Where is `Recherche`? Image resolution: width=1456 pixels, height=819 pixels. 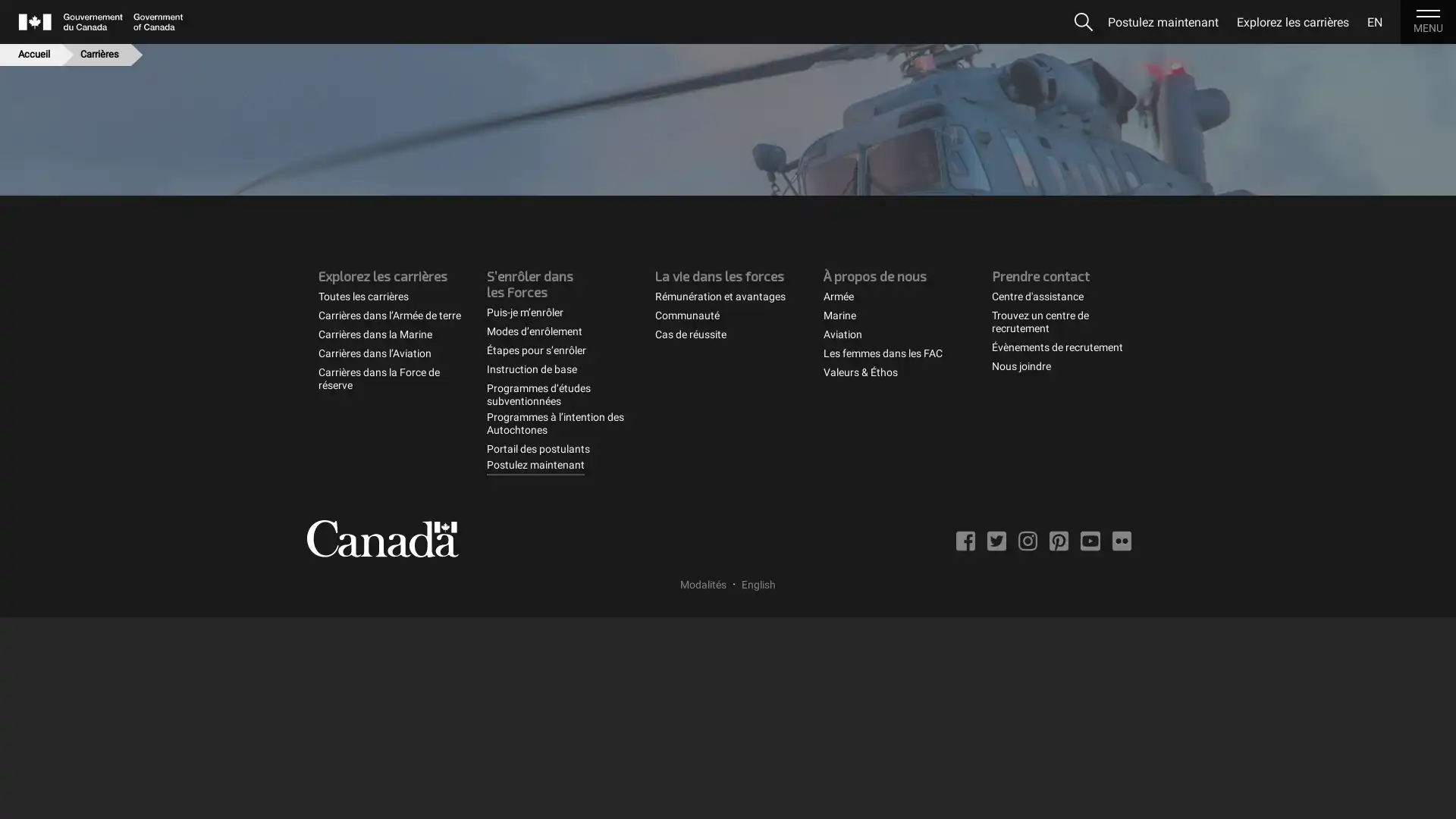
Recherche is located at coordinates (1083, 22).